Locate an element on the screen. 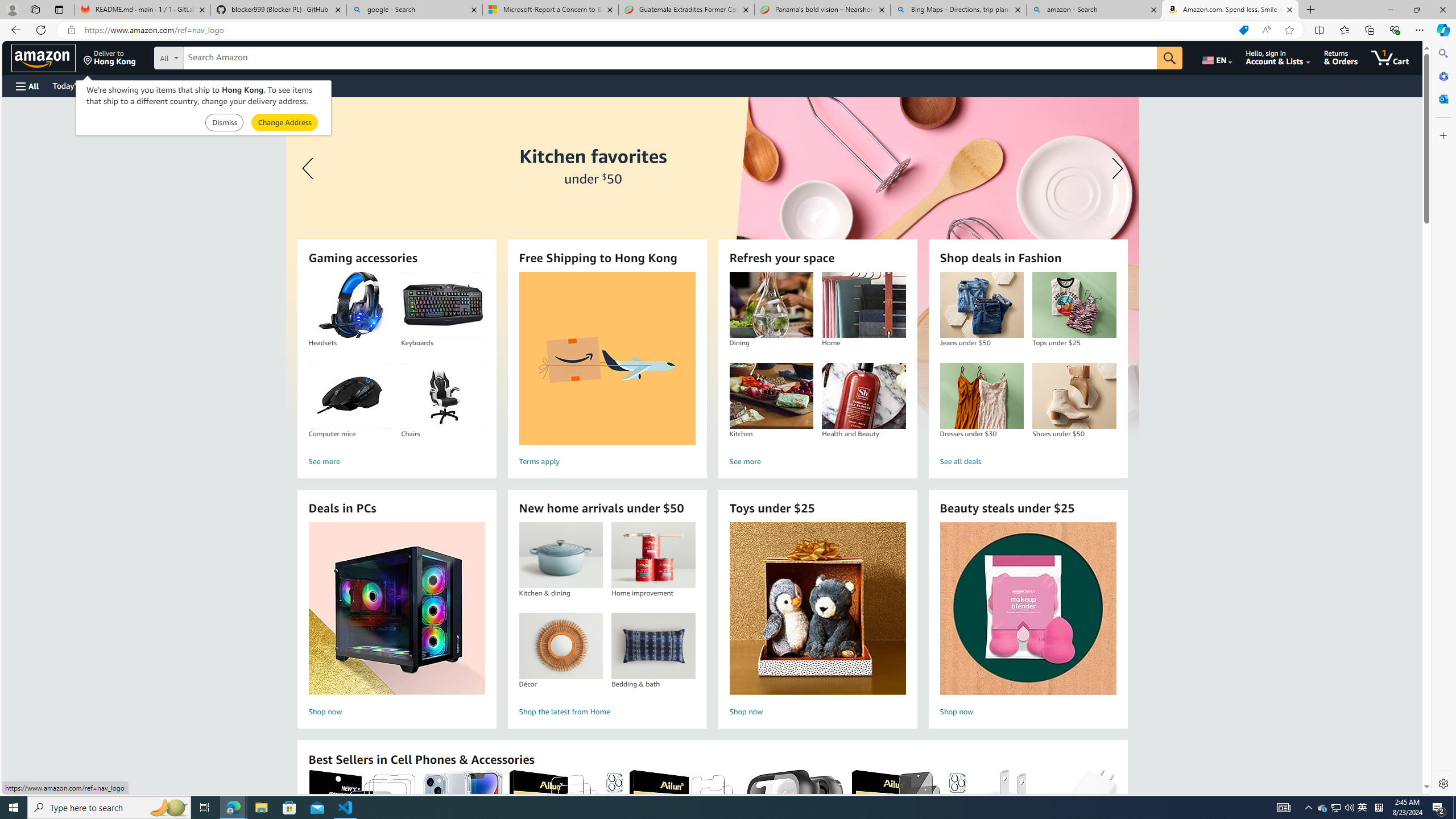 The image size is (1456, 819). 'Minimize' is located at coordinates (1389, 9).